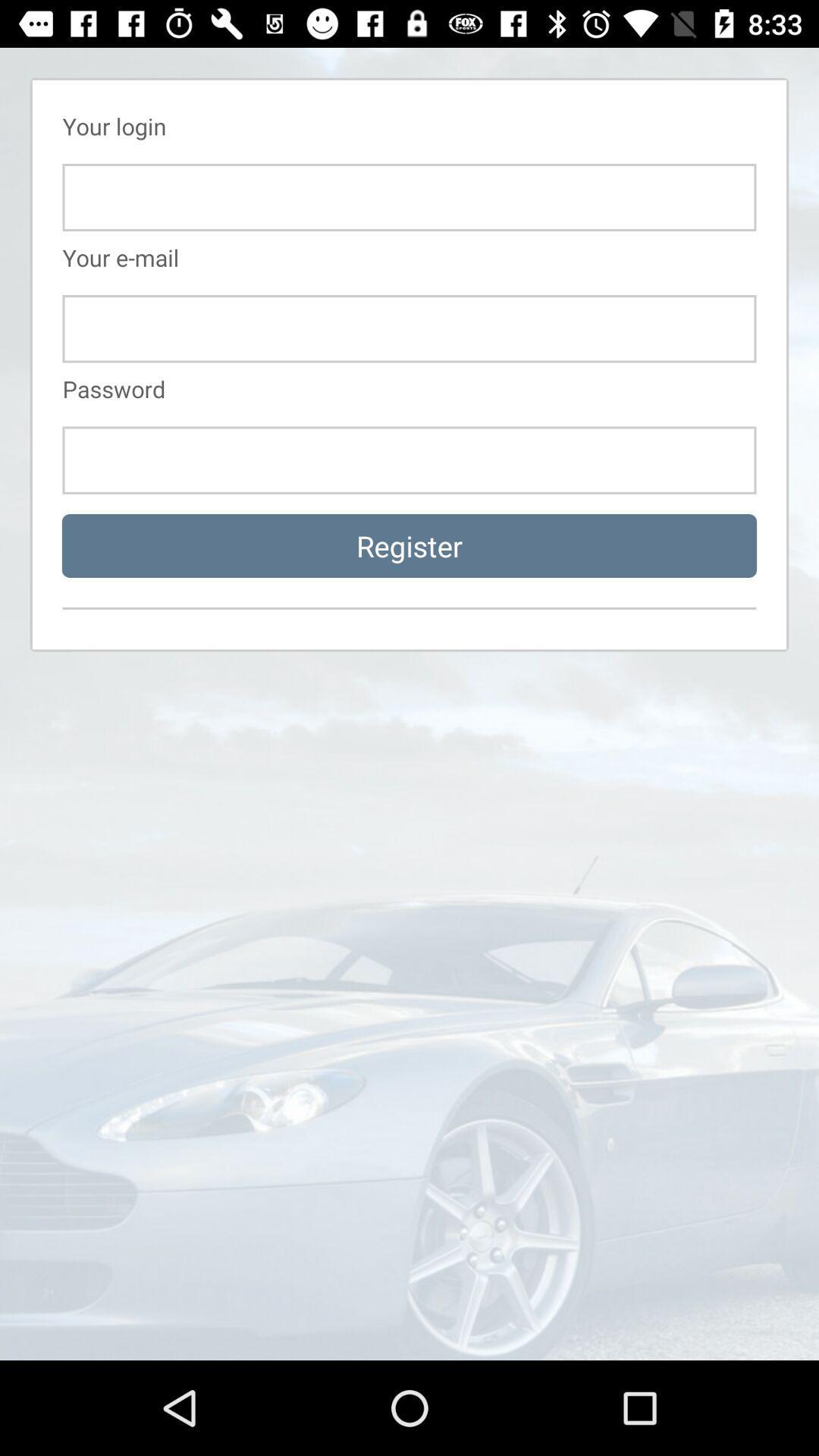 Image resolution: width=819 pixels, height=1456 pixels. I want to click on login id, so click(409, 196).